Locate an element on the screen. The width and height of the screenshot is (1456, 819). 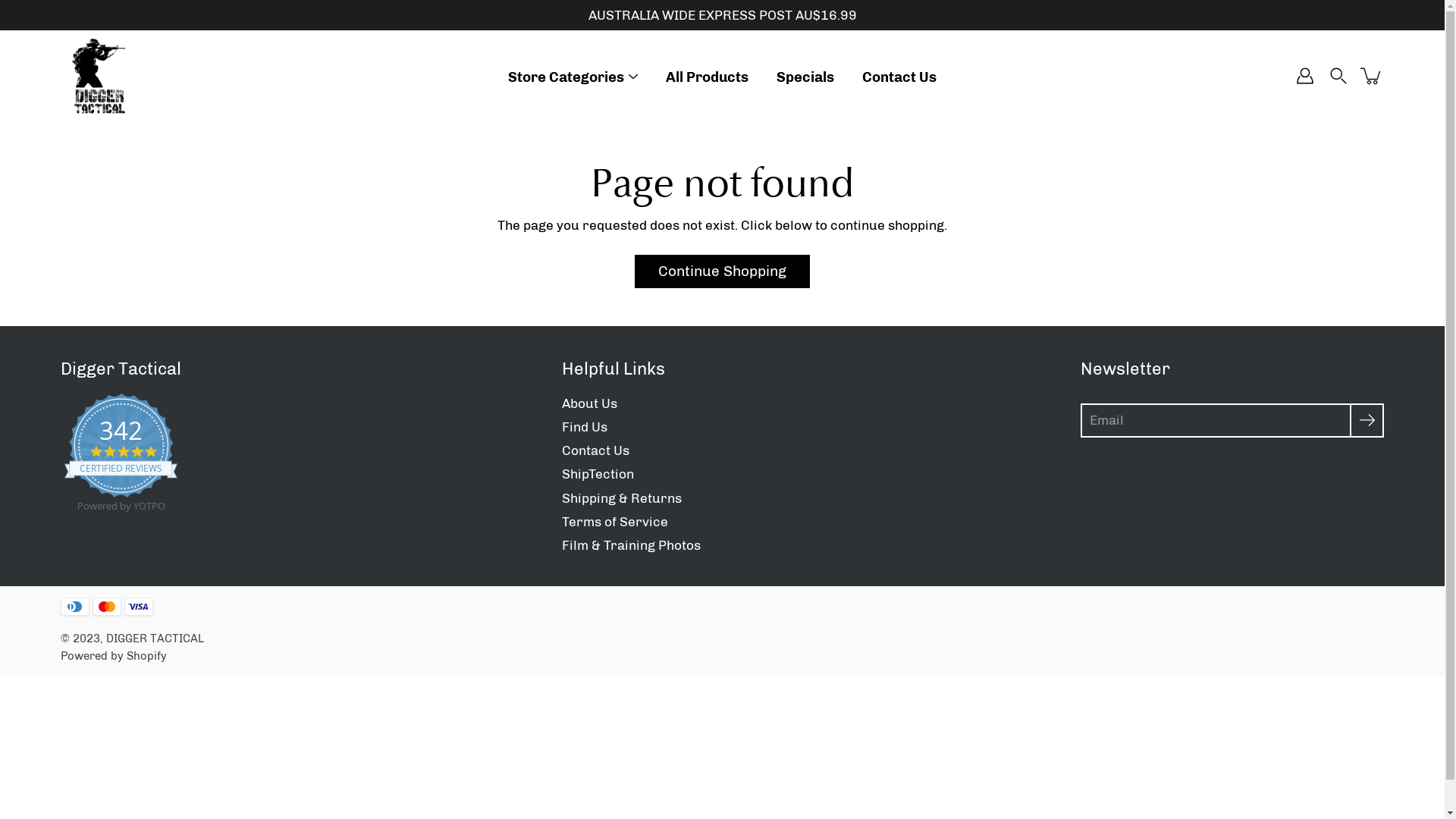
'Store Categories' is located at coordinates (565, 77).